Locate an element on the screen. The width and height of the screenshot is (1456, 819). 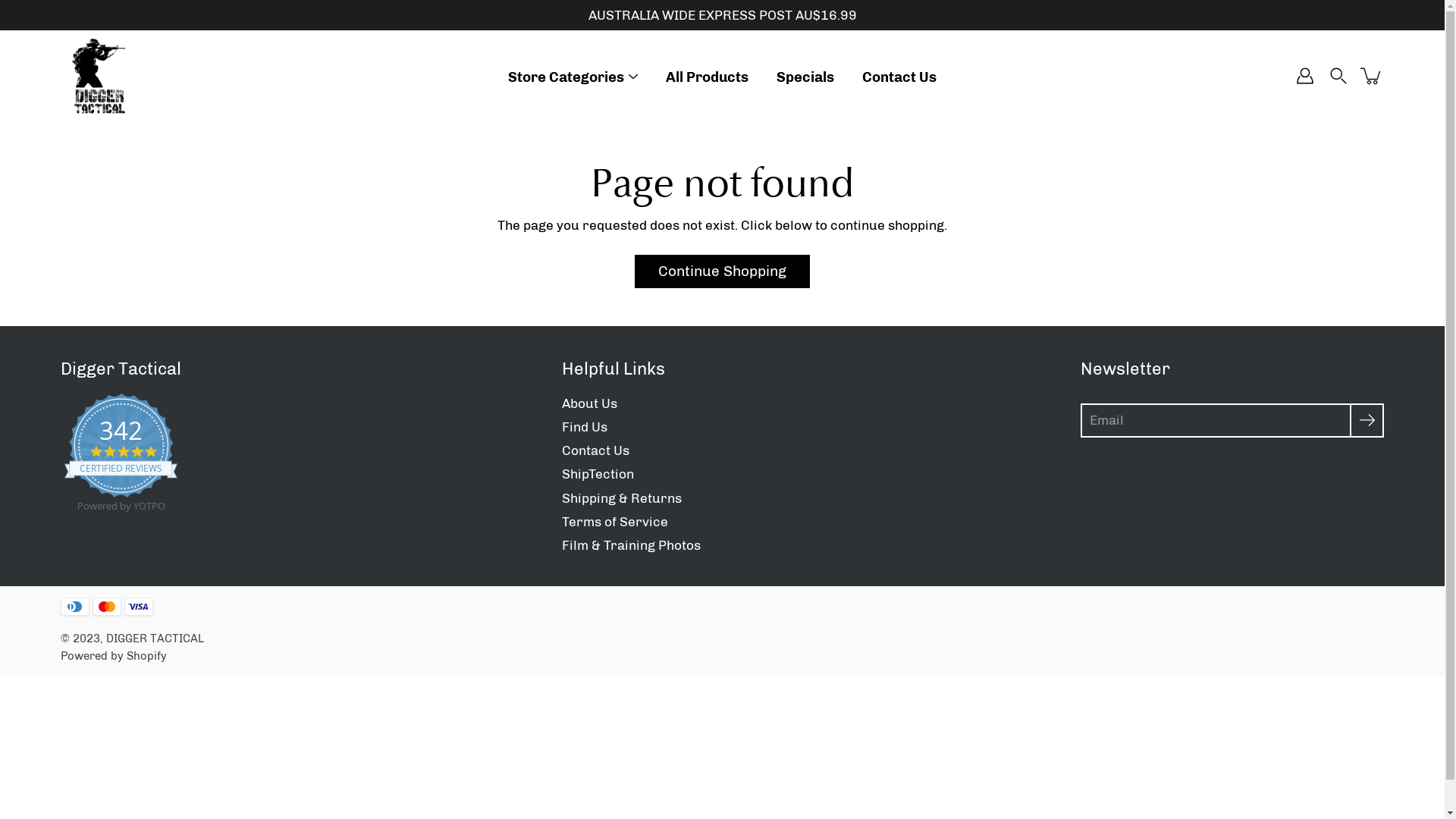
'Store Categories' is located at coordinates (565, 77).